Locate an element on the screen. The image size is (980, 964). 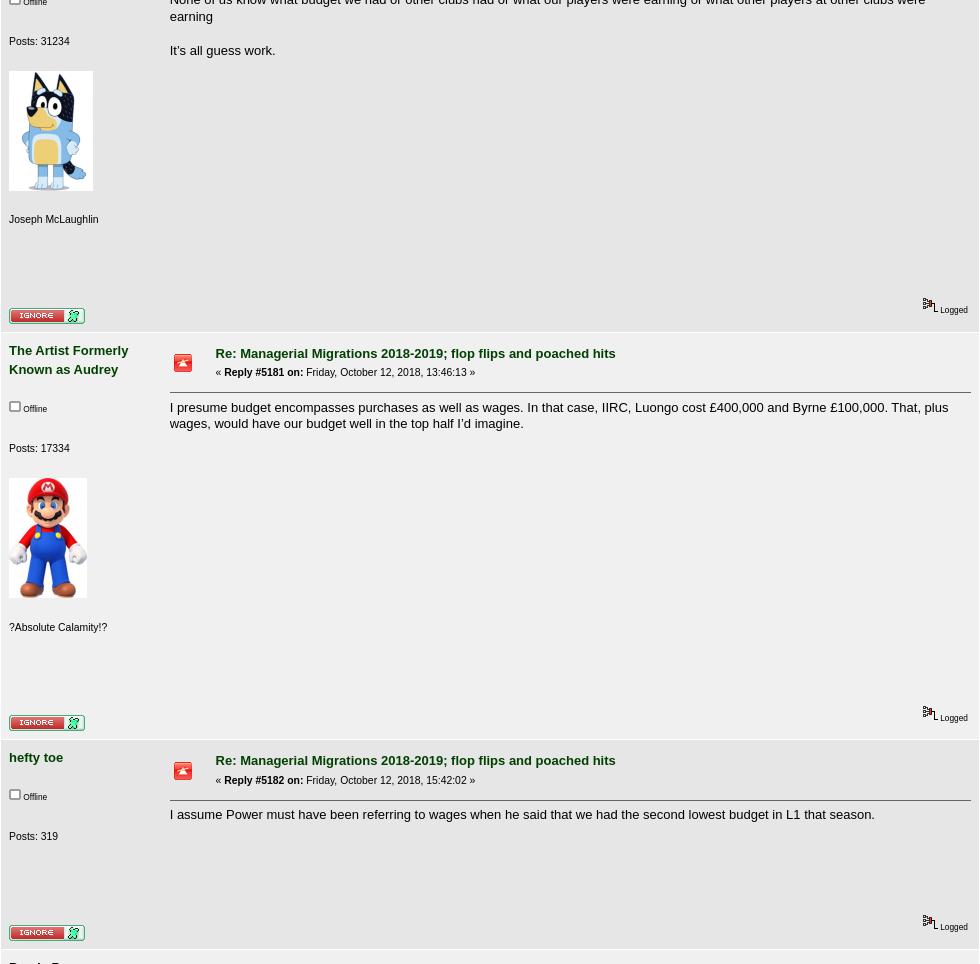
'Joseph McLaughlin' is located at coordinates (53, 219).